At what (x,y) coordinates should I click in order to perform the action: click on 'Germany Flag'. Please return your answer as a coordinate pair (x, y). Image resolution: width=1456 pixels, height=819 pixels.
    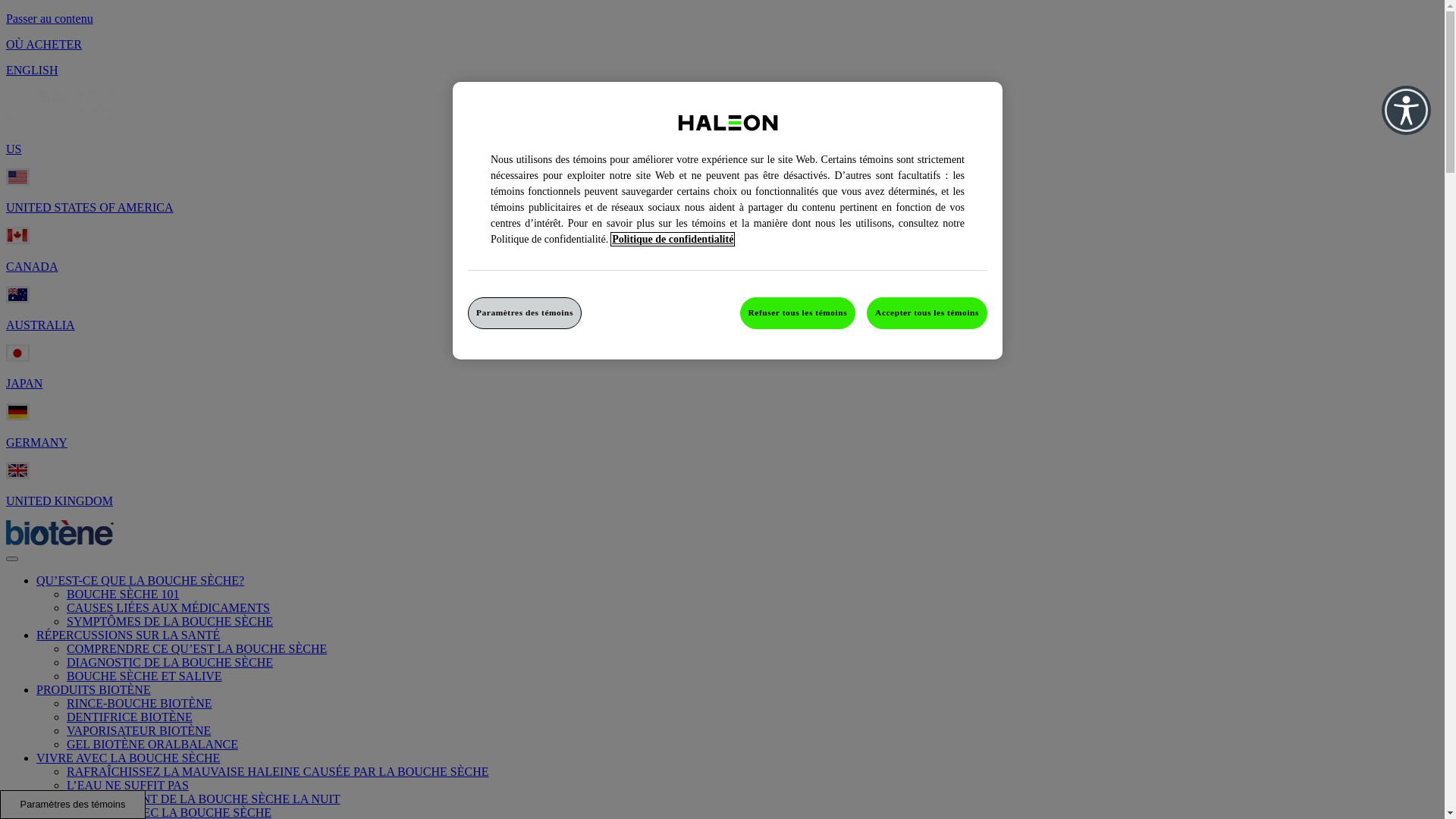
    Looking at the image, I should click on (17, 412).